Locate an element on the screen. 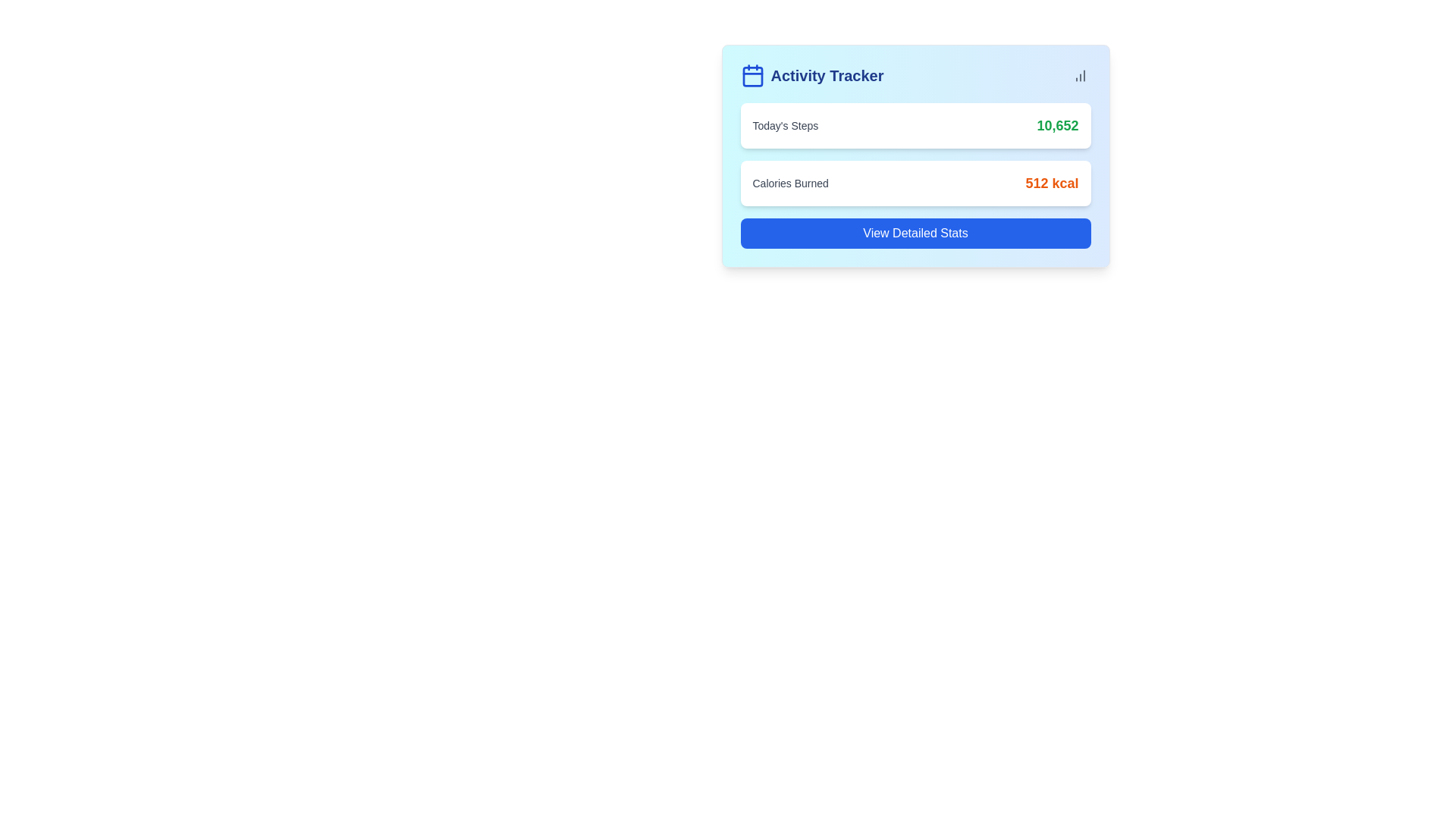 Image resolution: width=1456 pixels, height=819 pixels. value displayed on the text label that shows the current step count for the day, located on the right side of the horizontal section within a card on the dashboard interface is located at coordinates (1056, 124).